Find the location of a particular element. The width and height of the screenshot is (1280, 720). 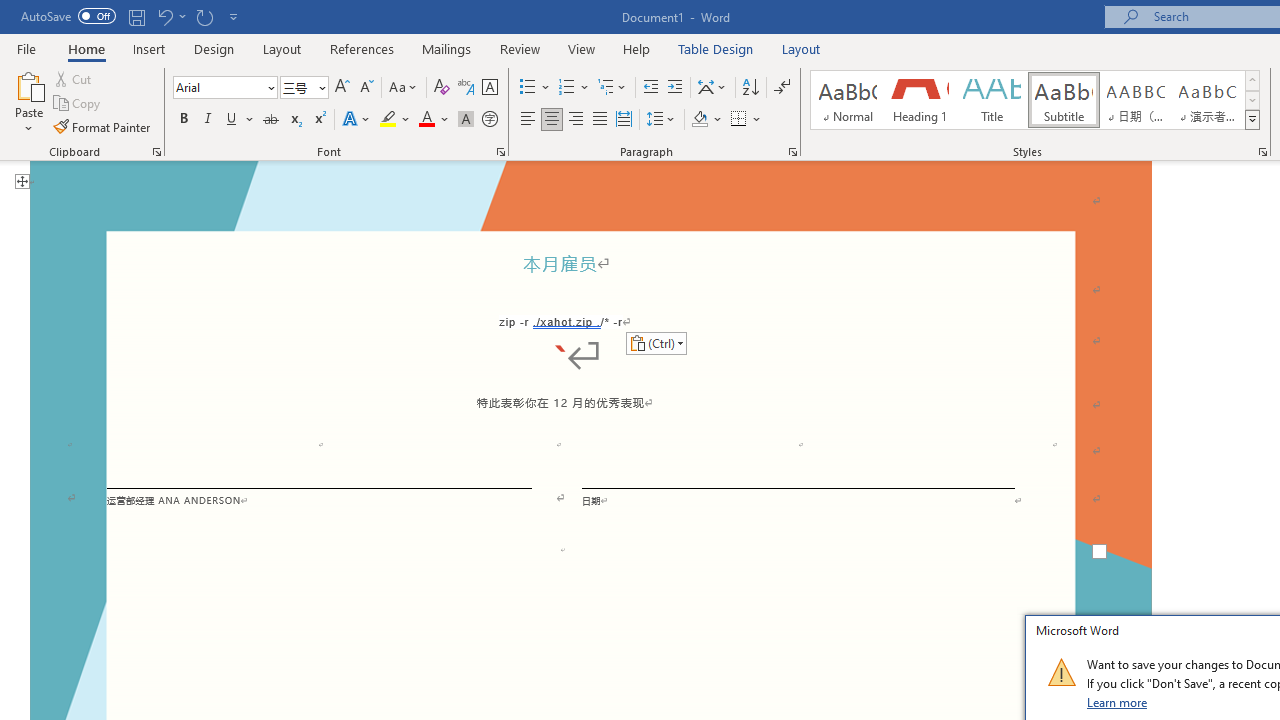

'Character Shading' is located at coordinates (464, 119).